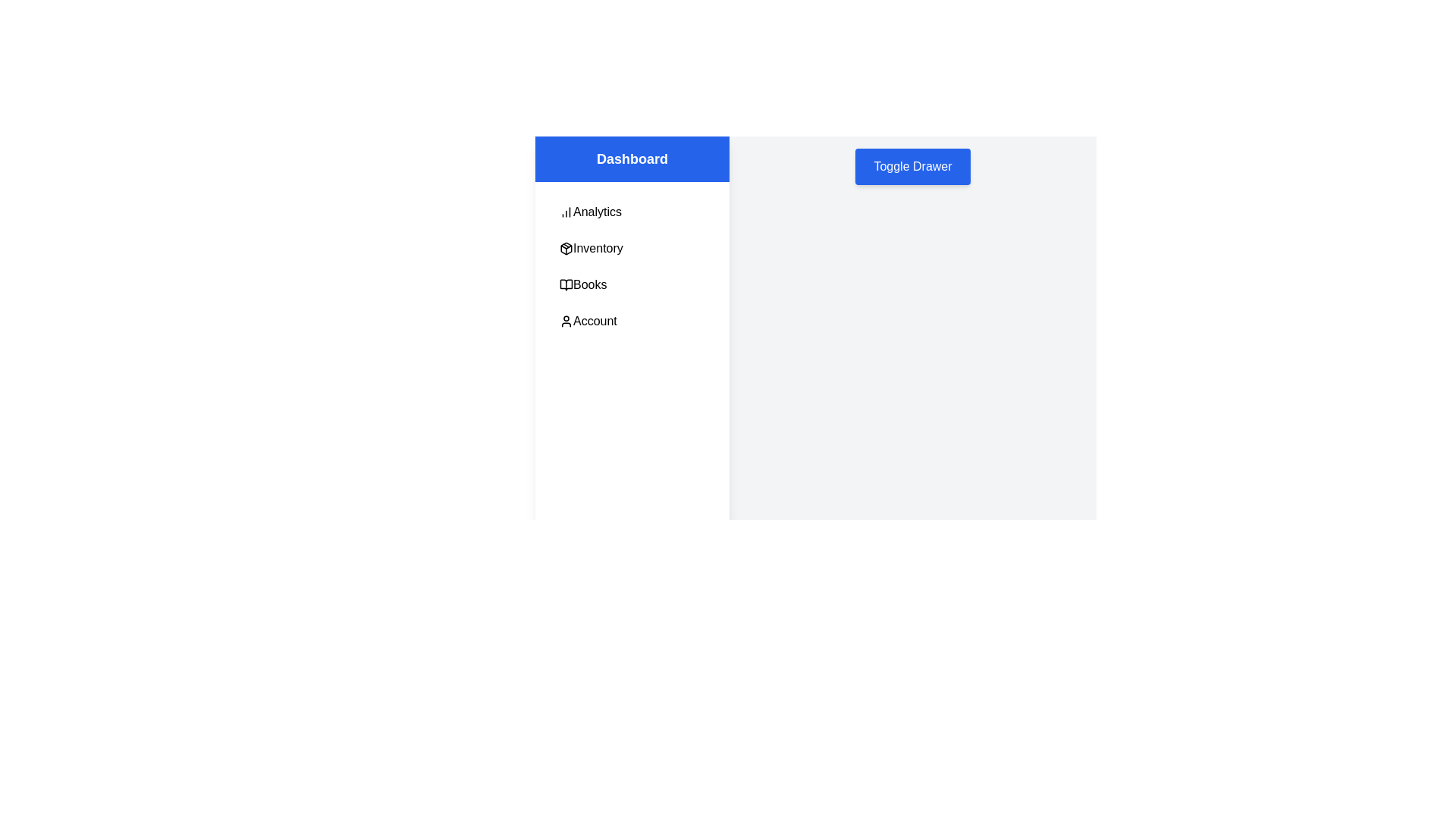  What do you see at coordinates (632, 321) in the screenshot?
I see `the menu item Account to observe the hover effect` at bounding box center [632, 321].